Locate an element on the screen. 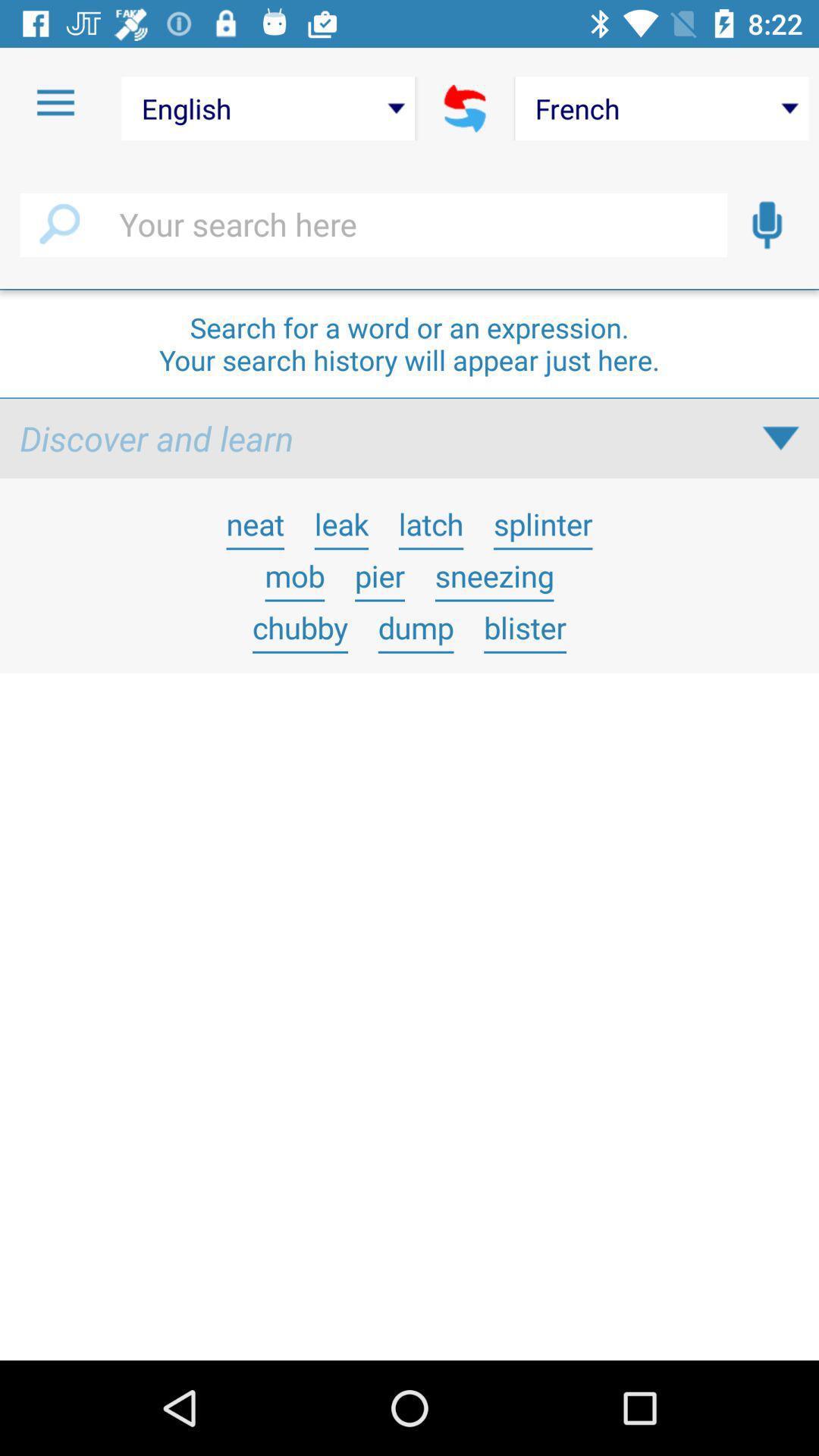  neat icon is located at coordinates (254, 524).